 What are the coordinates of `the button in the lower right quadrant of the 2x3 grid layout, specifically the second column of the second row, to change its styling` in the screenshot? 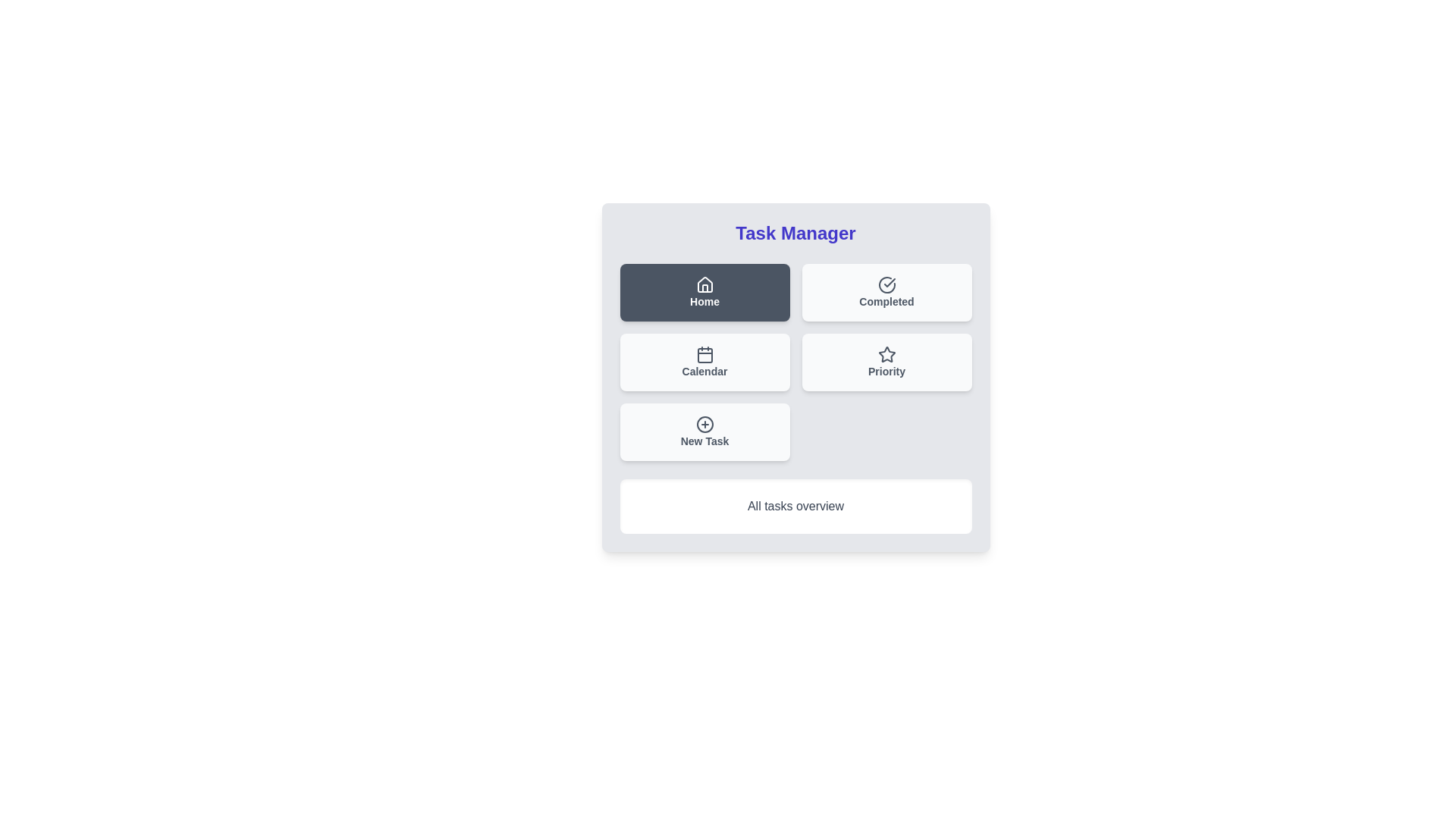 It's located at (886, 362).